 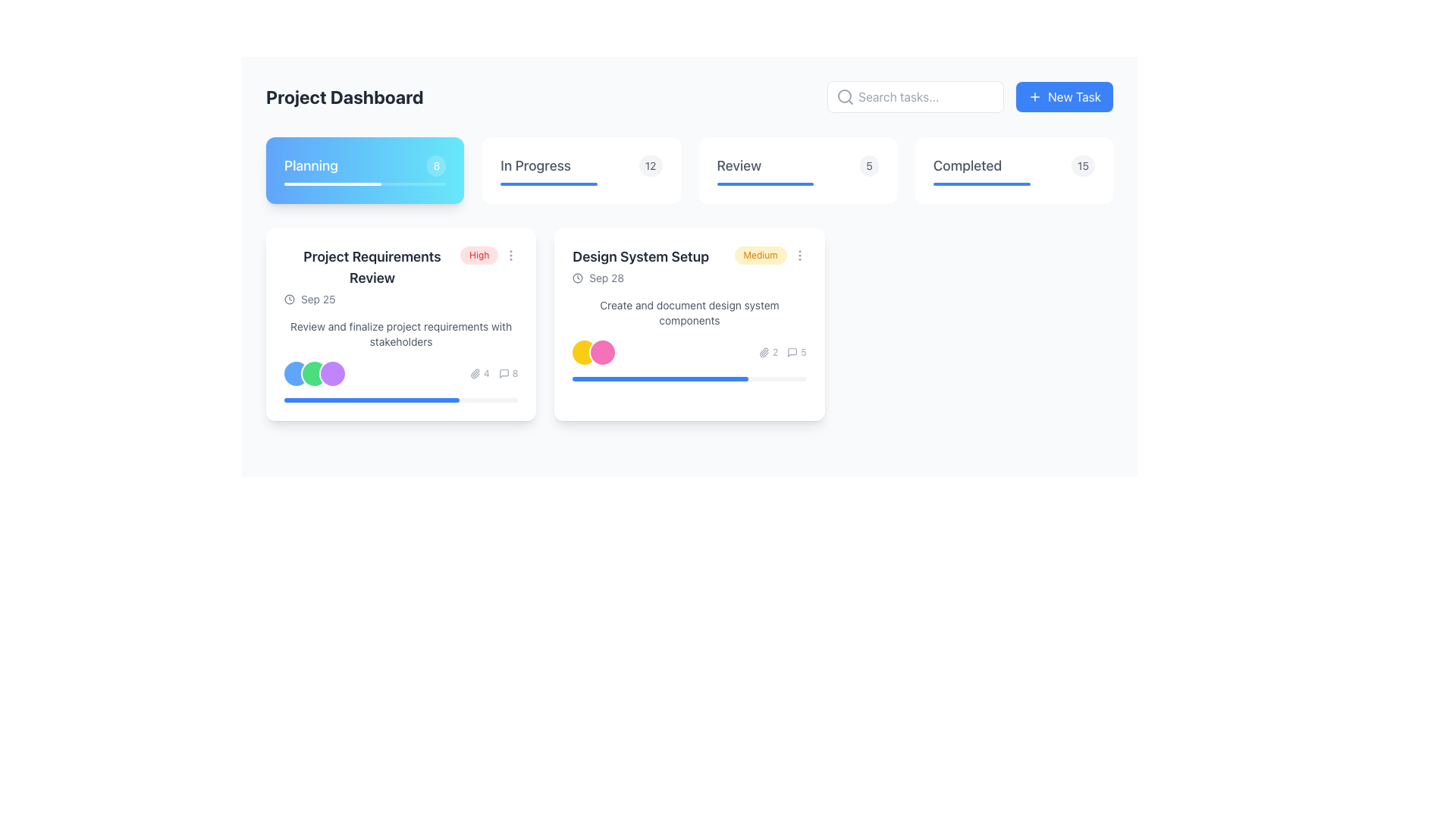 I want to click on the attachment icon located at the bottom-right of the 'Design System Setup' card, so click(x=764, y=353).